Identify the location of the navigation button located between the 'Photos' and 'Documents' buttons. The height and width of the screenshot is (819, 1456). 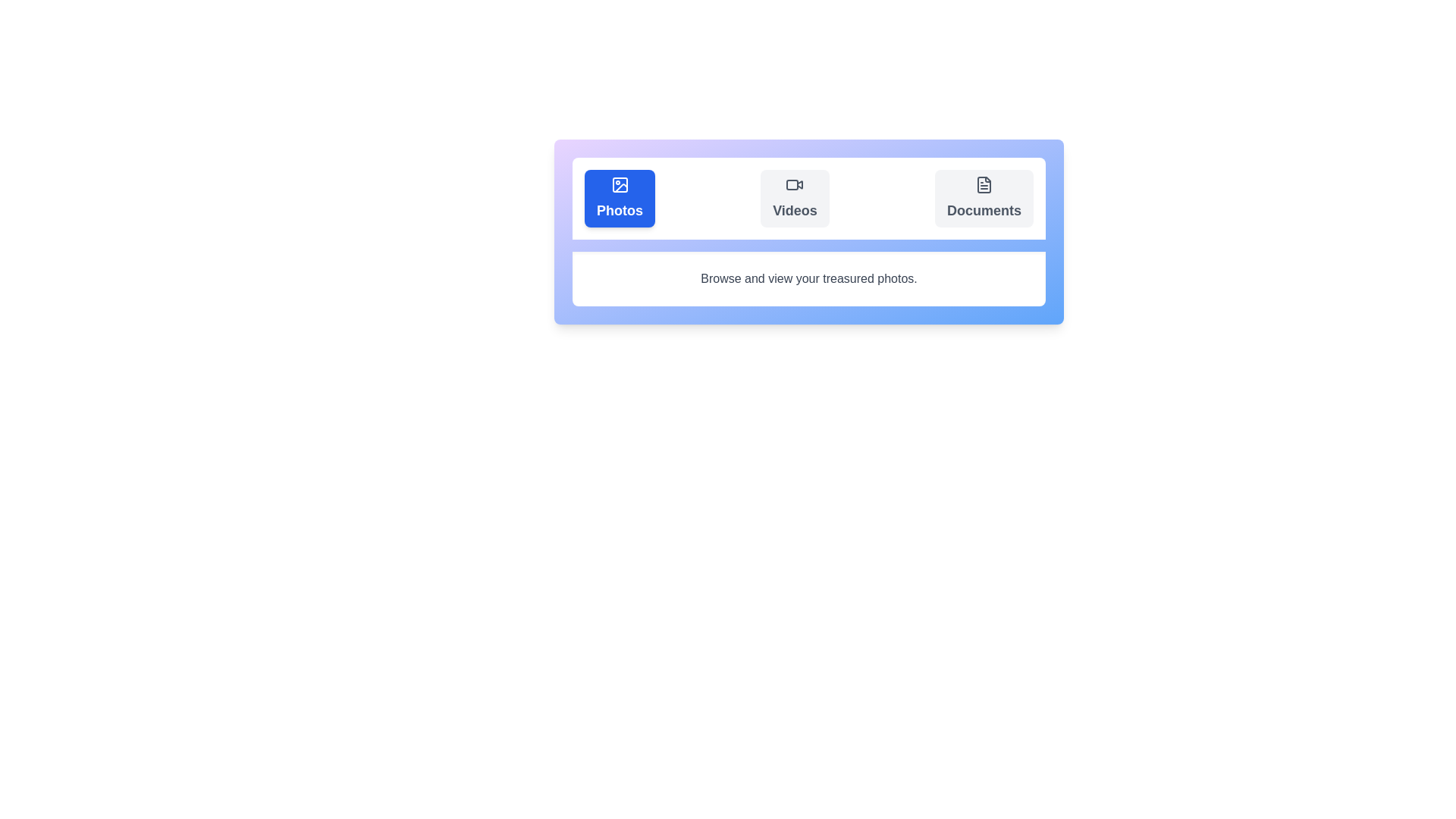
(794, 198).